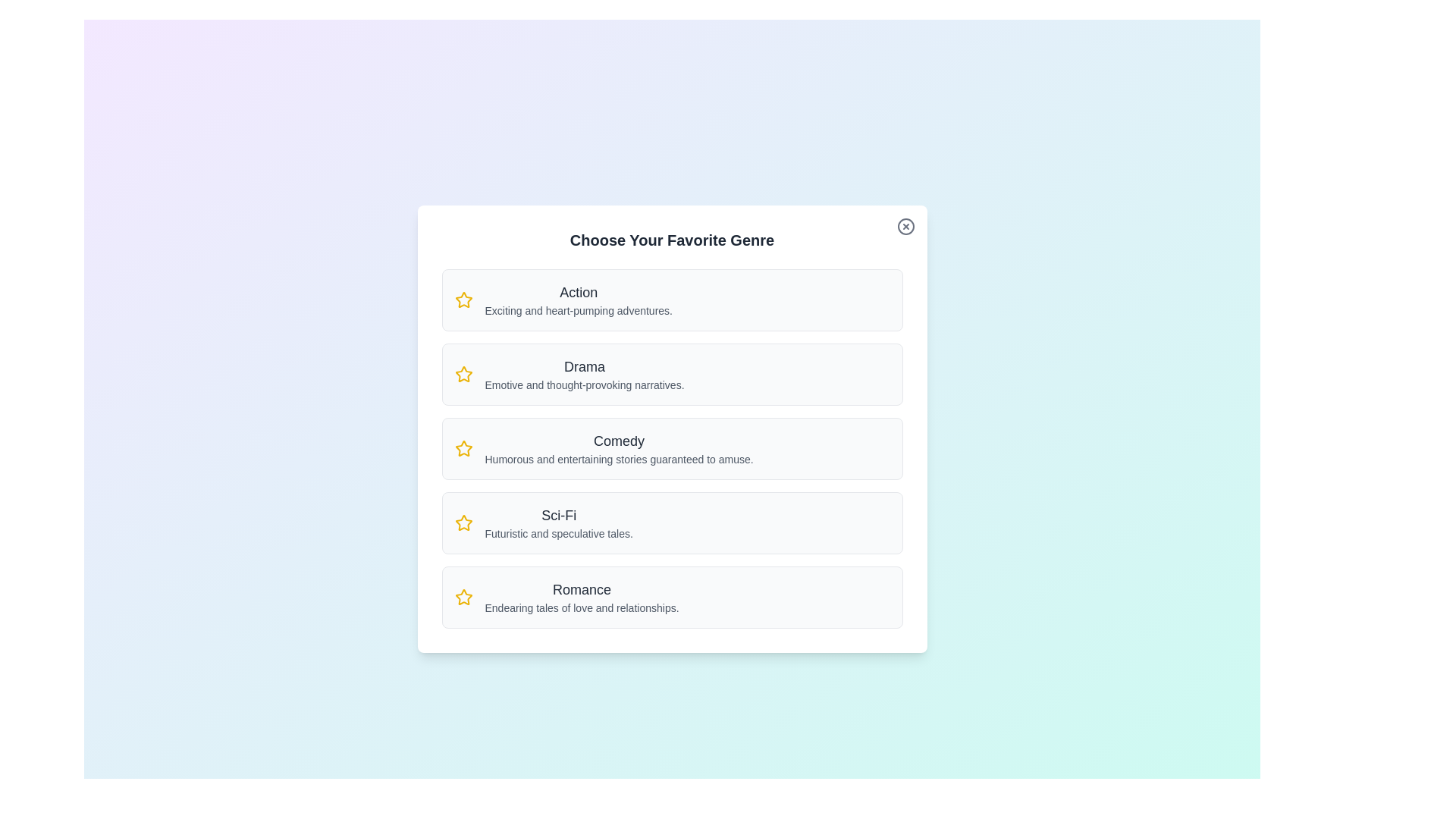  I want to click on the genre description for Sci-Fi, so click(558, 522).